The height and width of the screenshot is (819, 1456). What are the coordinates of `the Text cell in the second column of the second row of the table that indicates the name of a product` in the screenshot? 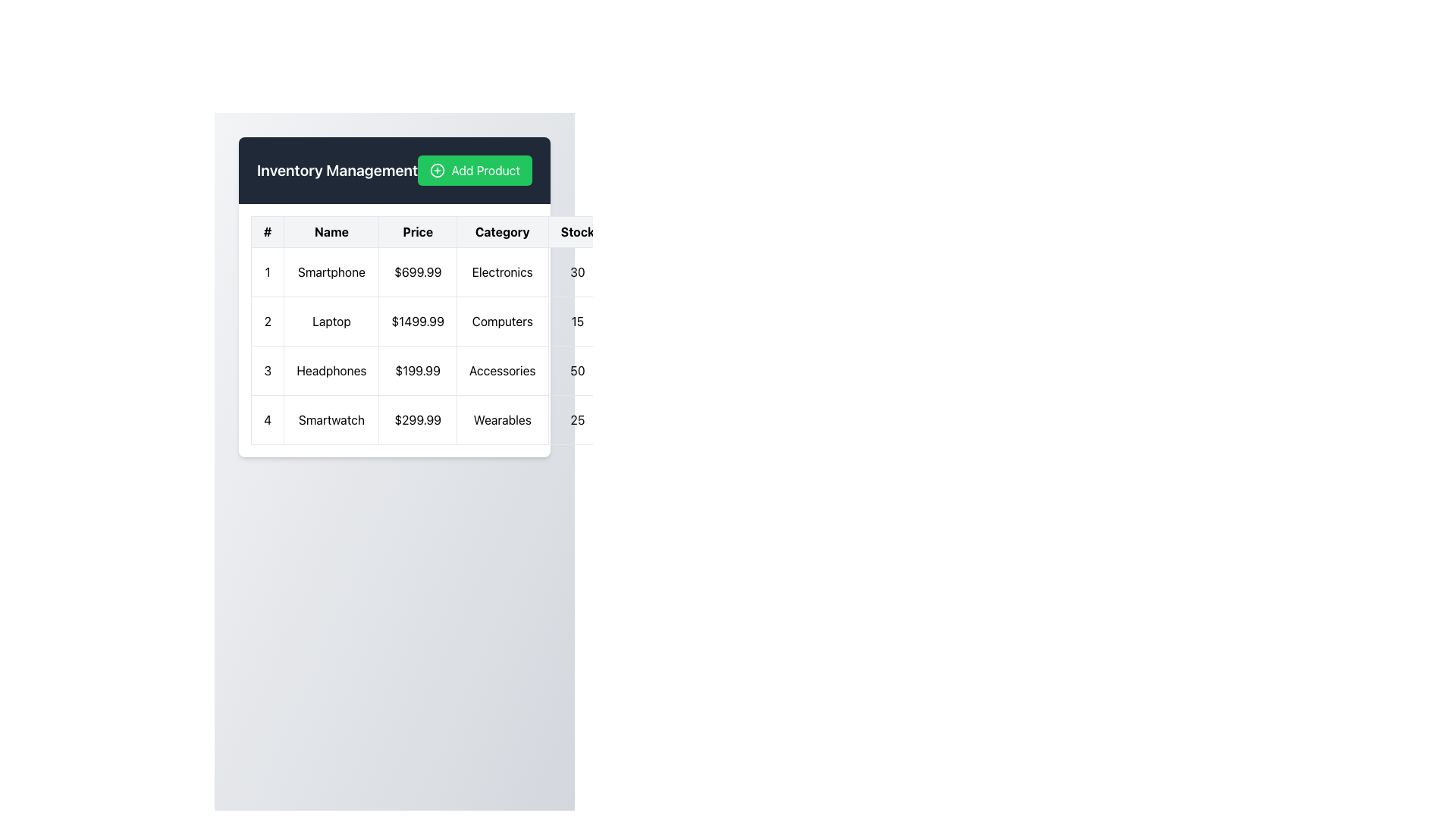 It's located at (331, 321).